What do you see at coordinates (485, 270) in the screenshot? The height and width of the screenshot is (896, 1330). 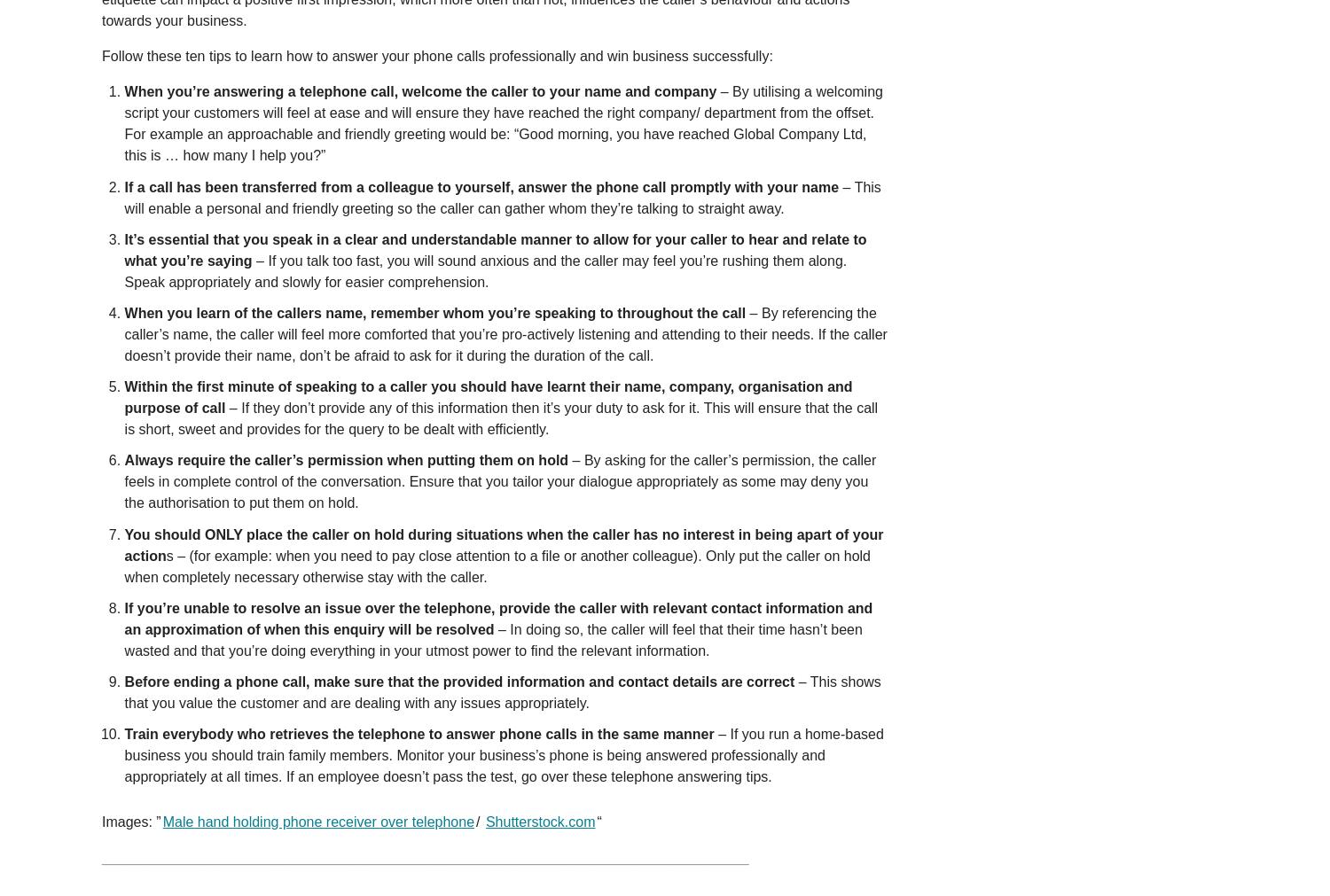 I see `'– If you talk too fast, you will sound anxious and the caller may feel you’re rushing them along. Speak appropriately and slowly for easier comprehension.'` at bounding box center [485, 270].